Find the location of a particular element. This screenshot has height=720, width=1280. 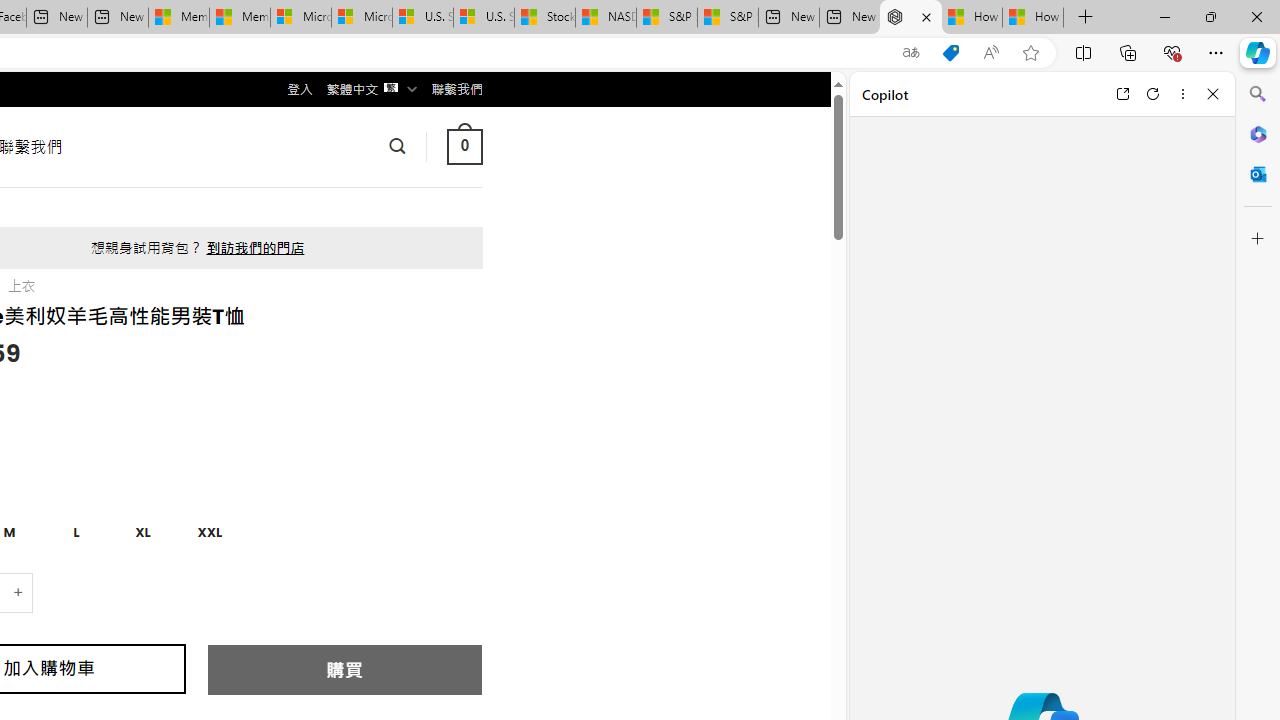

' 0 ' is located at coordinates (463, 145).